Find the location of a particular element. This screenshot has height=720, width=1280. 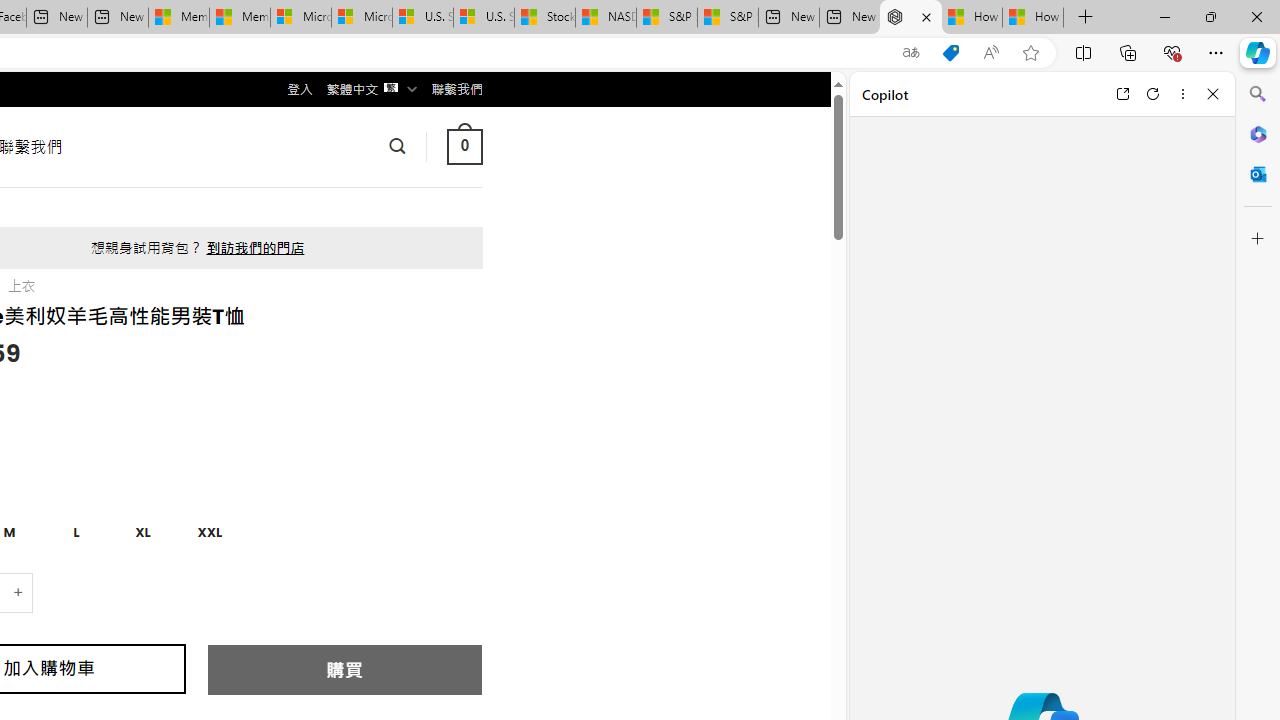

' 0 ' is located at coordinates (463, 145).